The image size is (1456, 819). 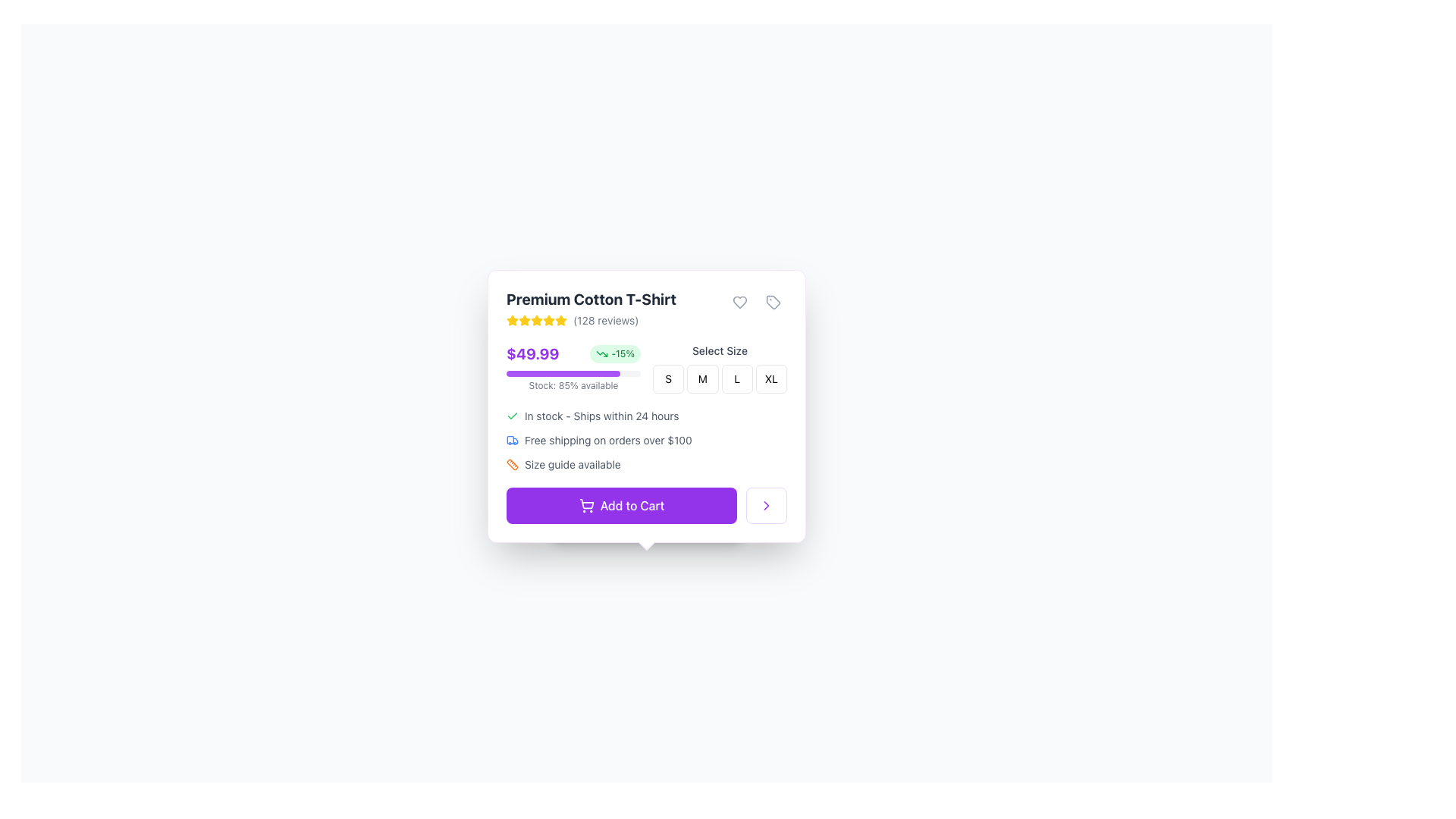 I want to click on the text snippet stating 'In stock - Ships within 24 hours', which is styled in a smaller gray font and located to the right of a green checkmark icon, so click(x=601, y=416).